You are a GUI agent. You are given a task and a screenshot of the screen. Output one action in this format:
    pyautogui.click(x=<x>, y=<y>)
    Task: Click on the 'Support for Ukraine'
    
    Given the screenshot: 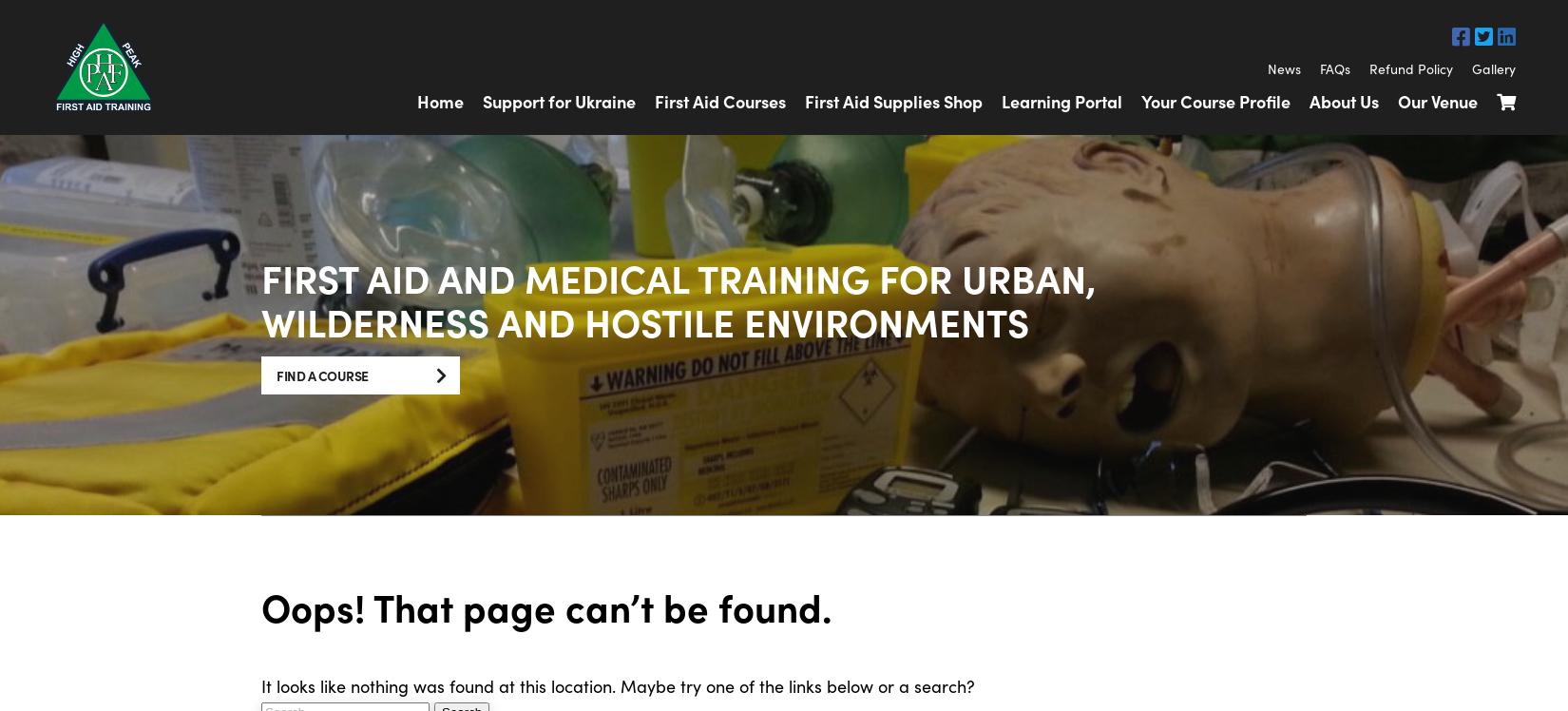 What is the action you would take?
    pyautogui.click(x=558, y=100)
    